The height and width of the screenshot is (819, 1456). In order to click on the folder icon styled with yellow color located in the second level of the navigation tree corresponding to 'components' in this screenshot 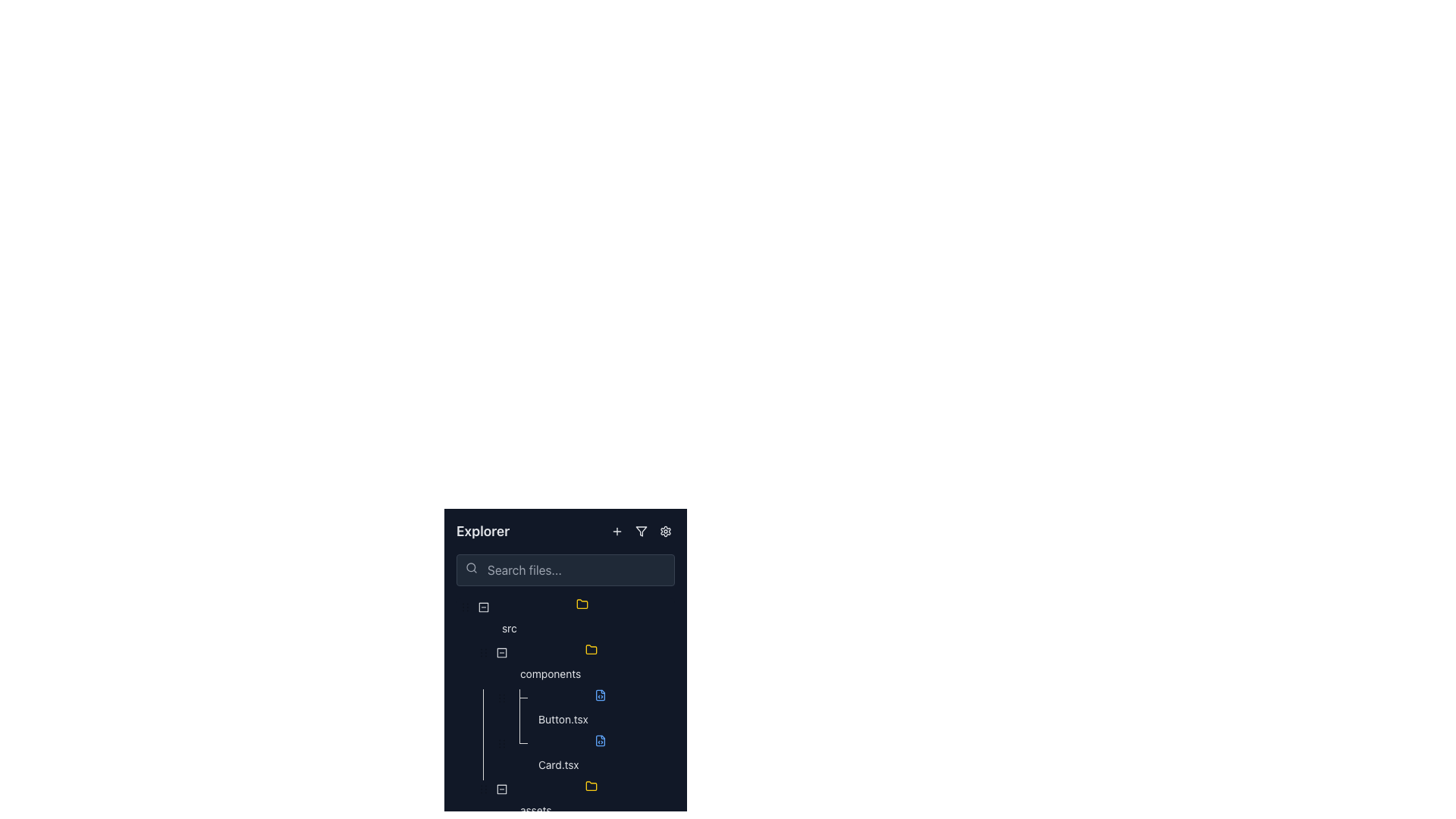, I will do `click(593, 651)`.